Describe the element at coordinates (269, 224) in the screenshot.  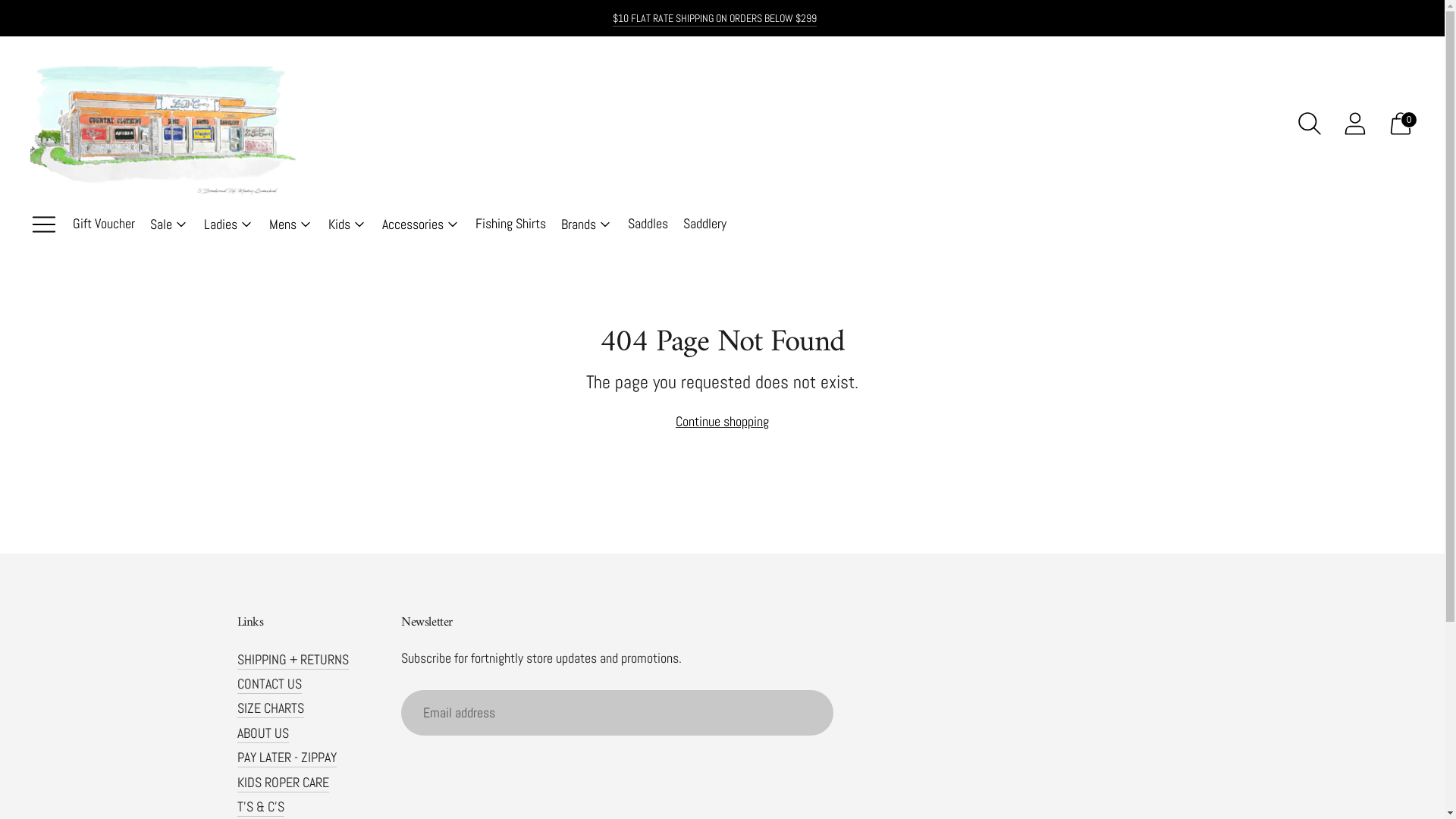
I see `'Mens'` at that location.